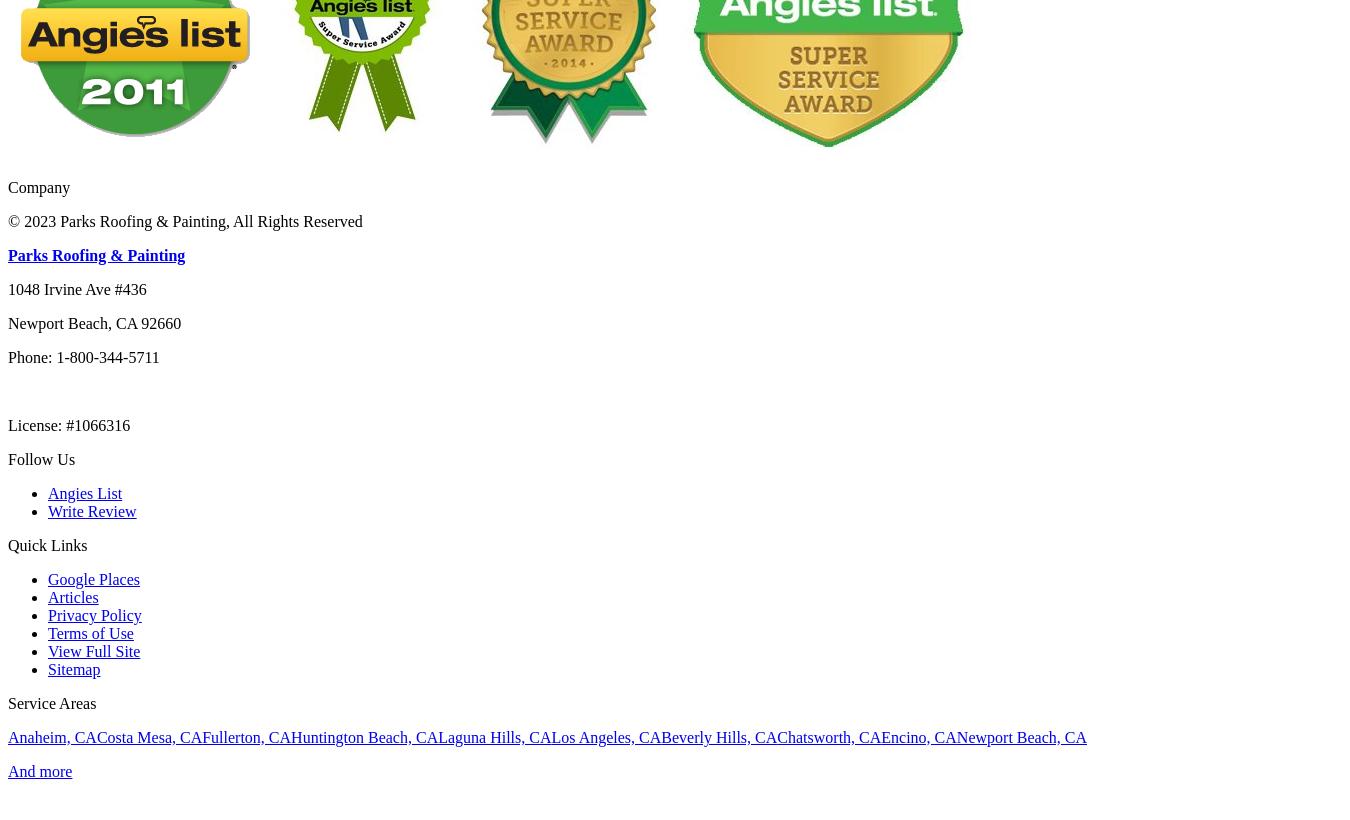 This screenshot has width=1350, height=820. What do you see at coordinates (1021, 735) in the screenshot?
I see `'Newport Beach, CA'` at bounding box center [1021, 735].